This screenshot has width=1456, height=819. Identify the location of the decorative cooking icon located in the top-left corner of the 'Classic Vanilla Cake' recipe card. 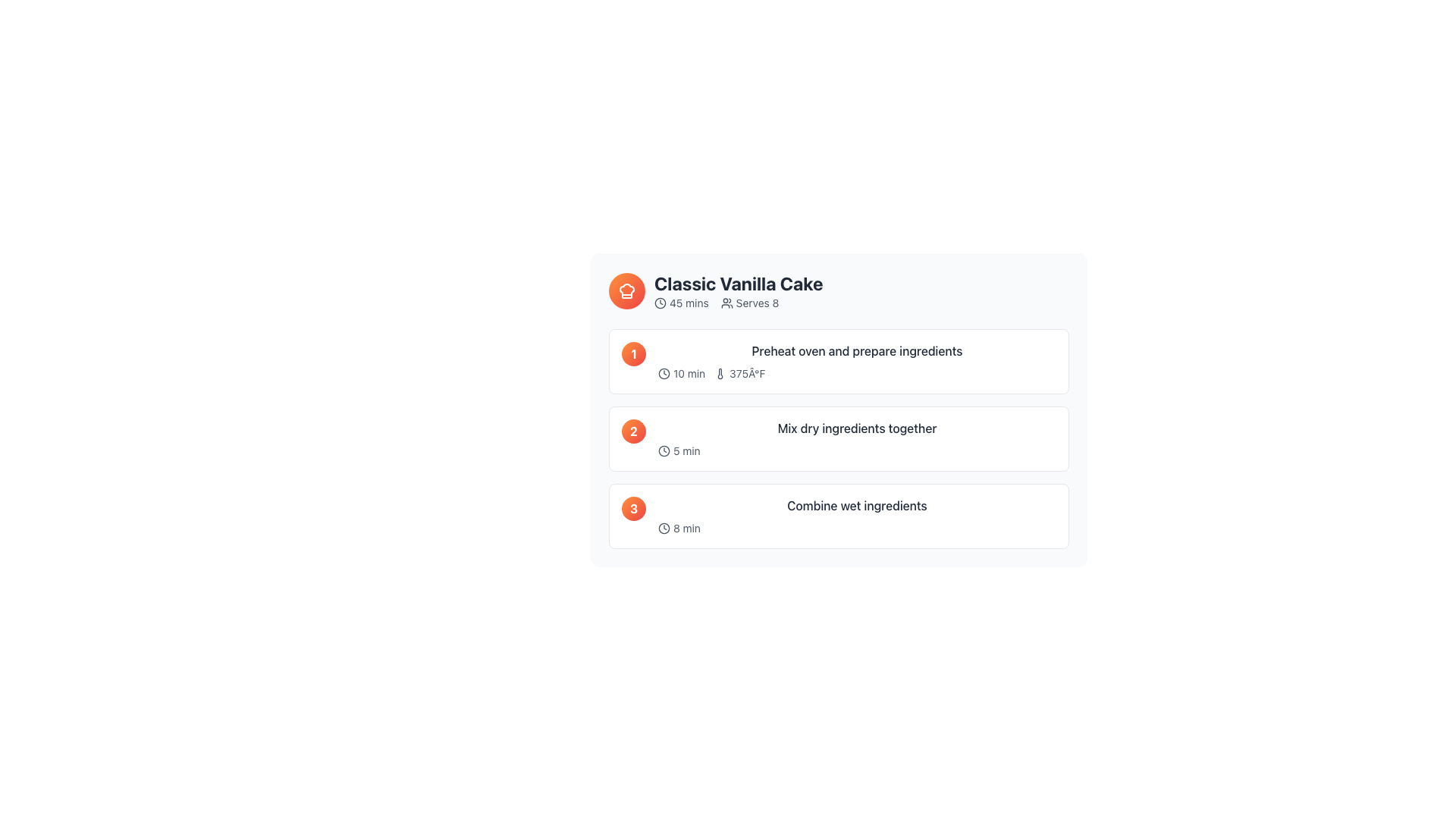
(626, 291).